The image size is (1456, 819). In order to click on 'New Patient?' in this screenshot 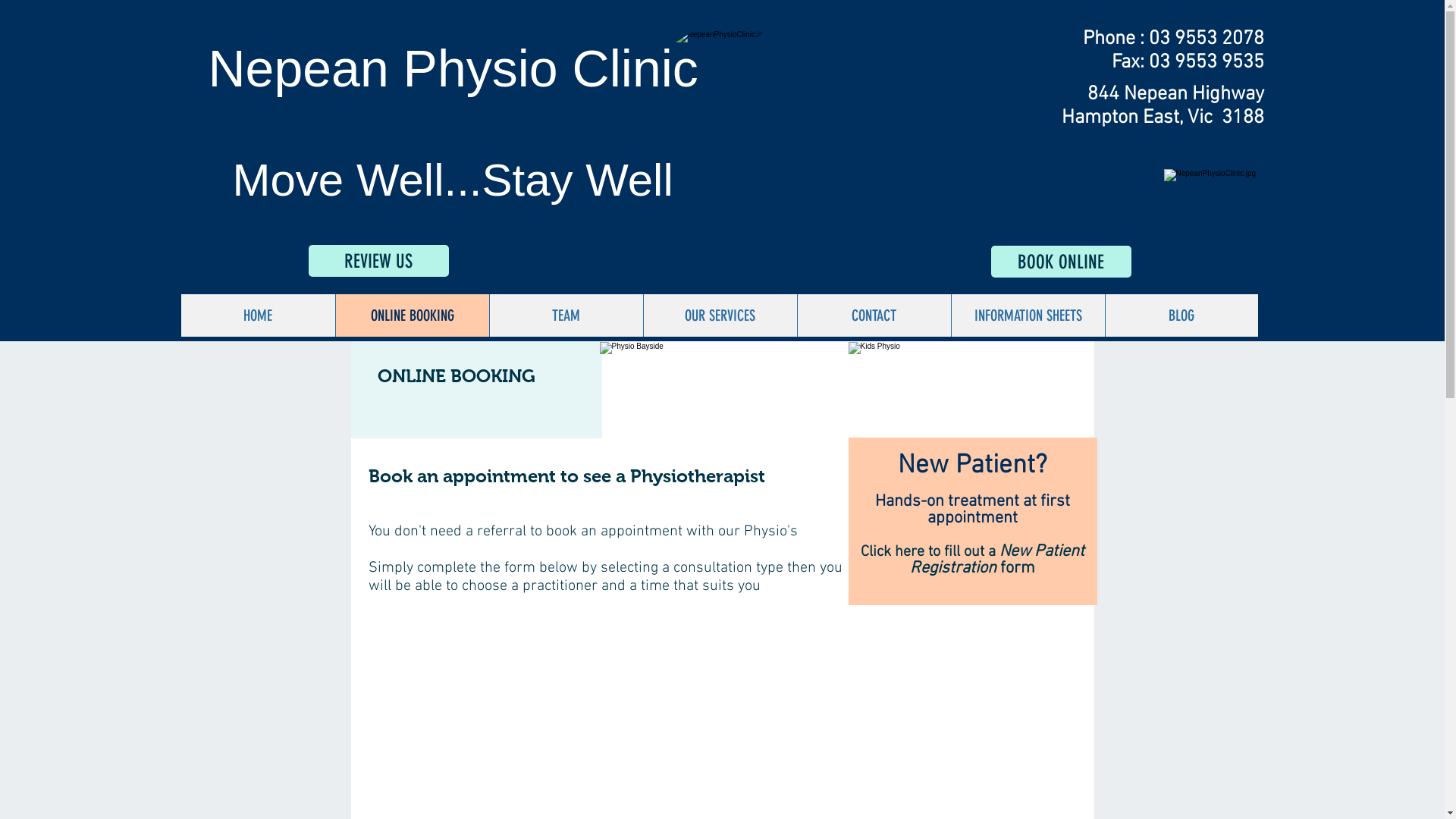, I will do `click(972, 464)`.